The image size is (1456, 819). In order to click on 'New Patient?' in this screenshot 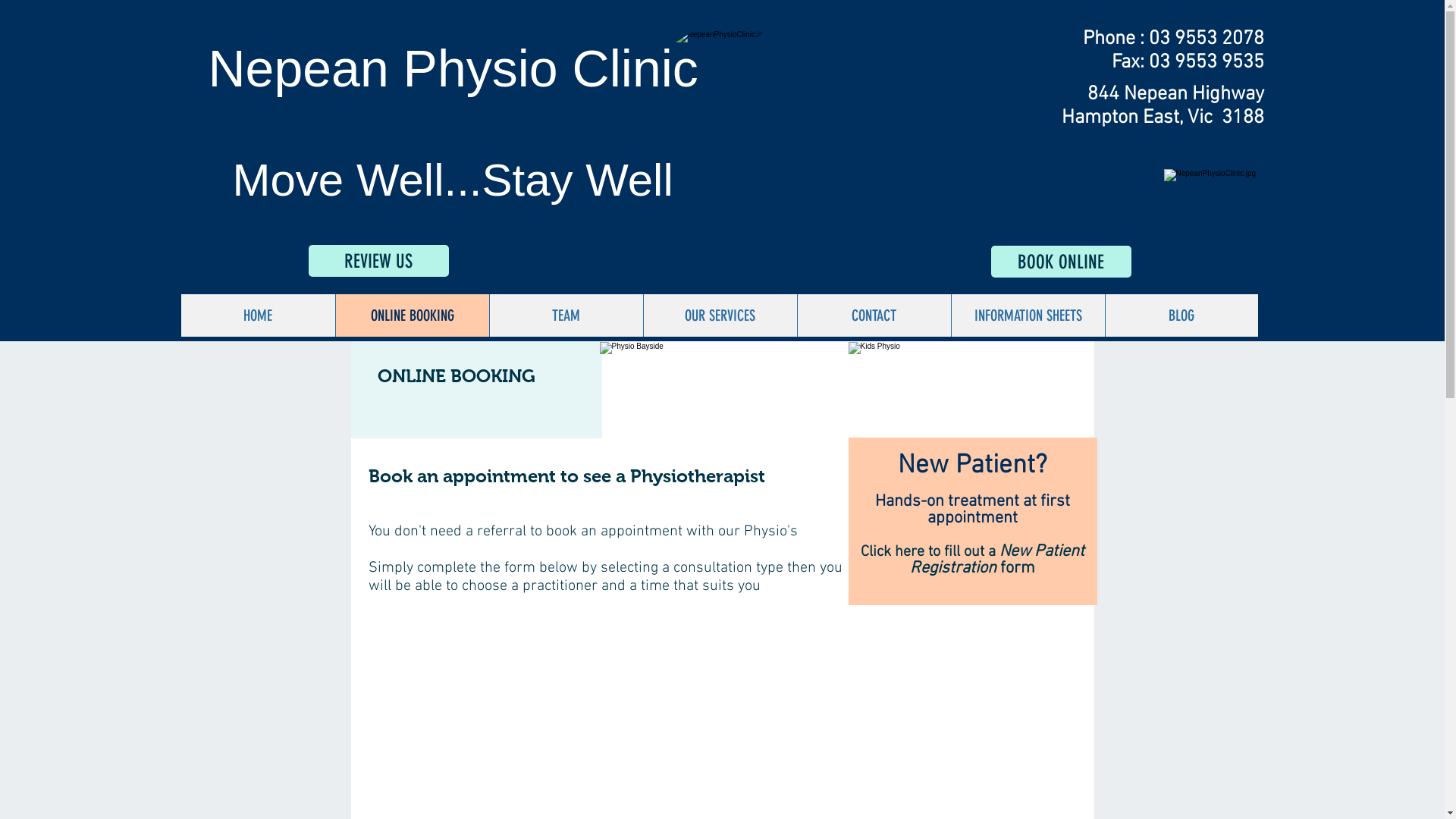, I will do `click(972, 464)`.